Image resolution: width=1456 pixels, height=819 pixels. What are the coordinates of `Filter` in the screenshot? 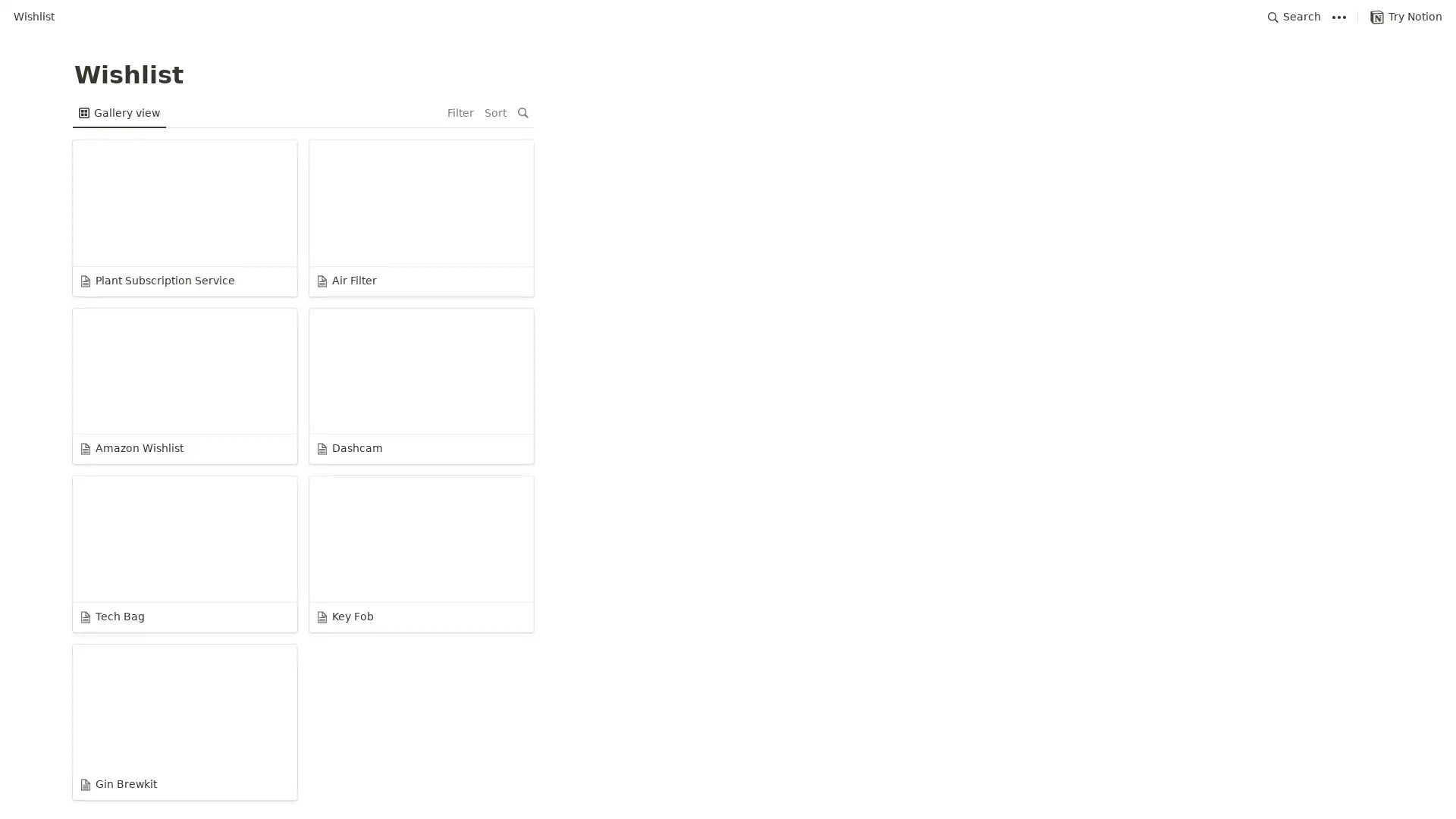 It's located at (1309, 112).